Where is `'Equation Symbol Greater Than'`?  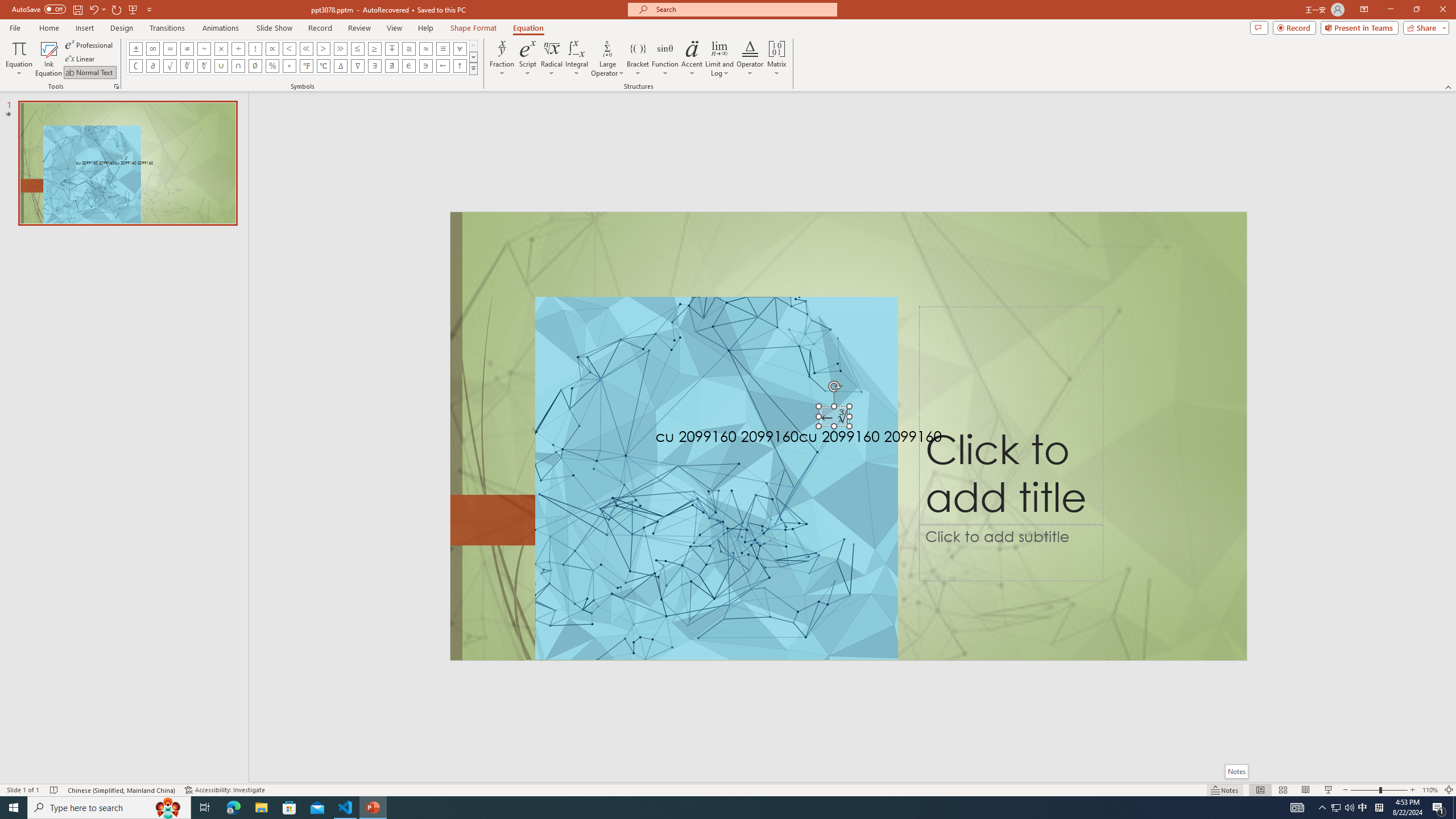
'Equation Symbol Greater Than' is located at coordinates (322, 48).